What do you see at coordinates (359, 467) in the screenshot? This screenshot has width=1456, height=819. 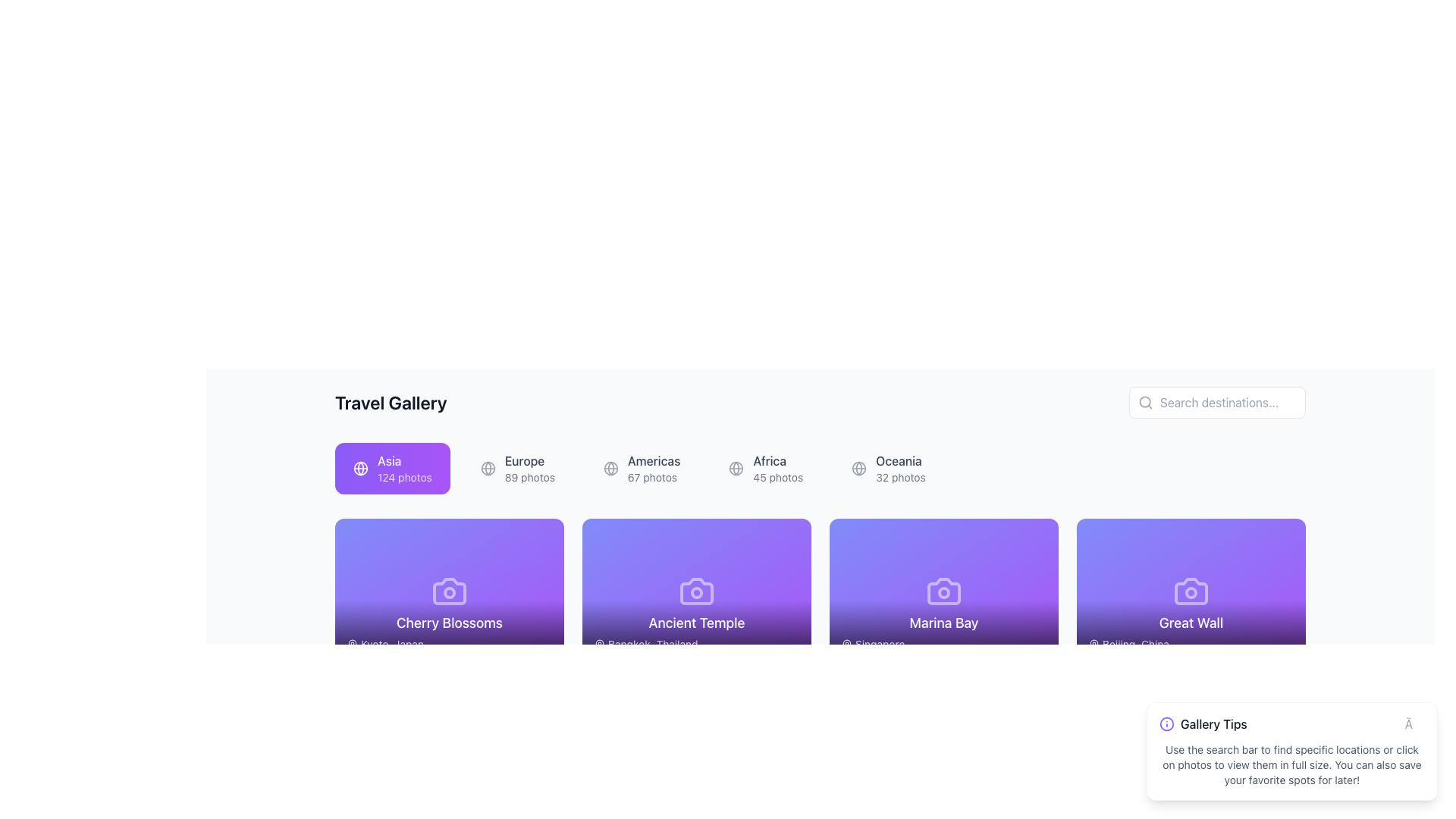 I see `the circular globe icon with a thin border and latitude and longitude lines, which is part of the purple gradient button labeled 'Asia 124 photos'` at bounding box center [359, 467].